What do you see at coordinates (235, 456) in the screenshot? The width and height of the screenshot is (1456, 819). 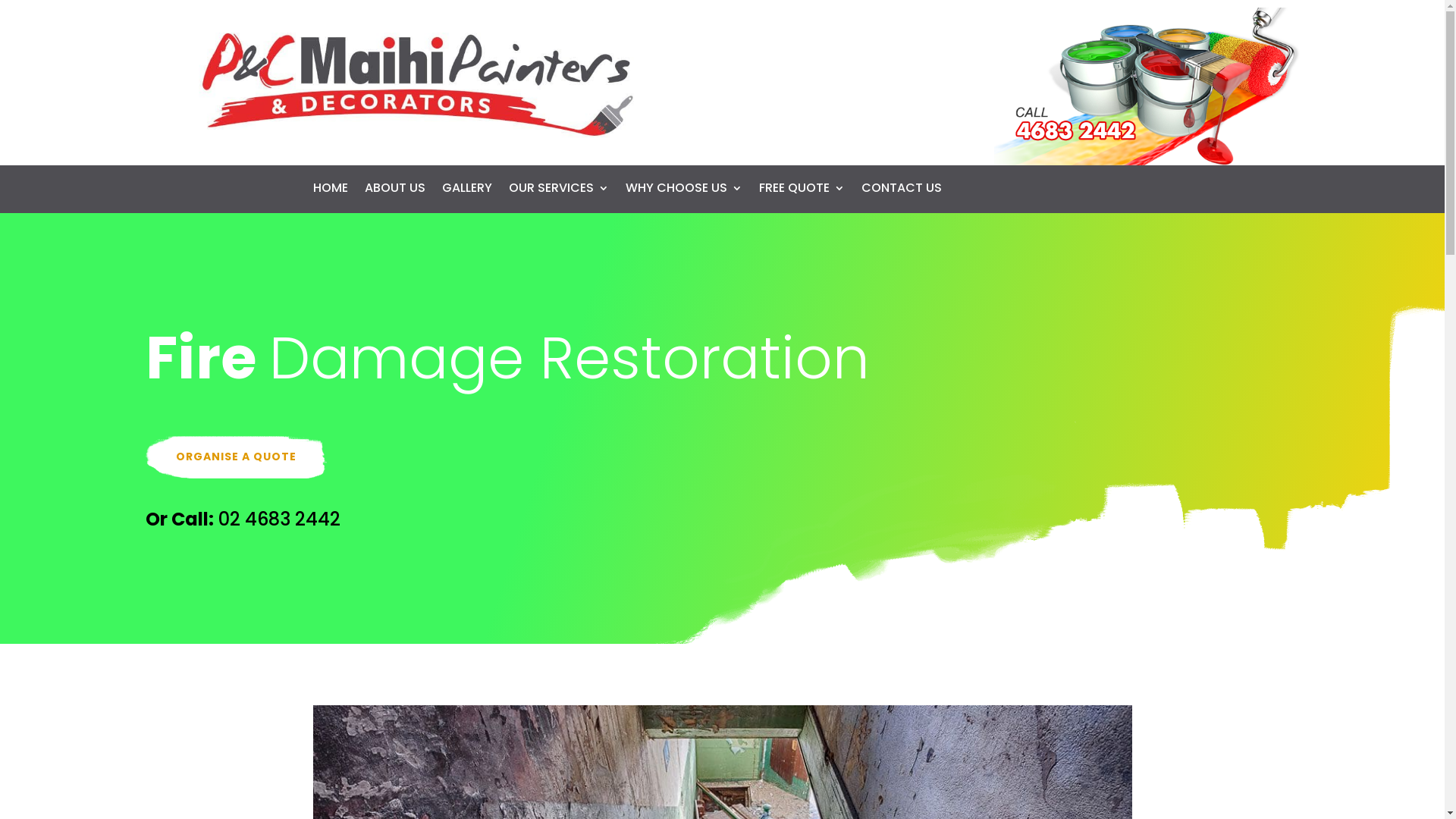 I see `'ORGANISE A QUOTE'` at bounding box center [235, 456].